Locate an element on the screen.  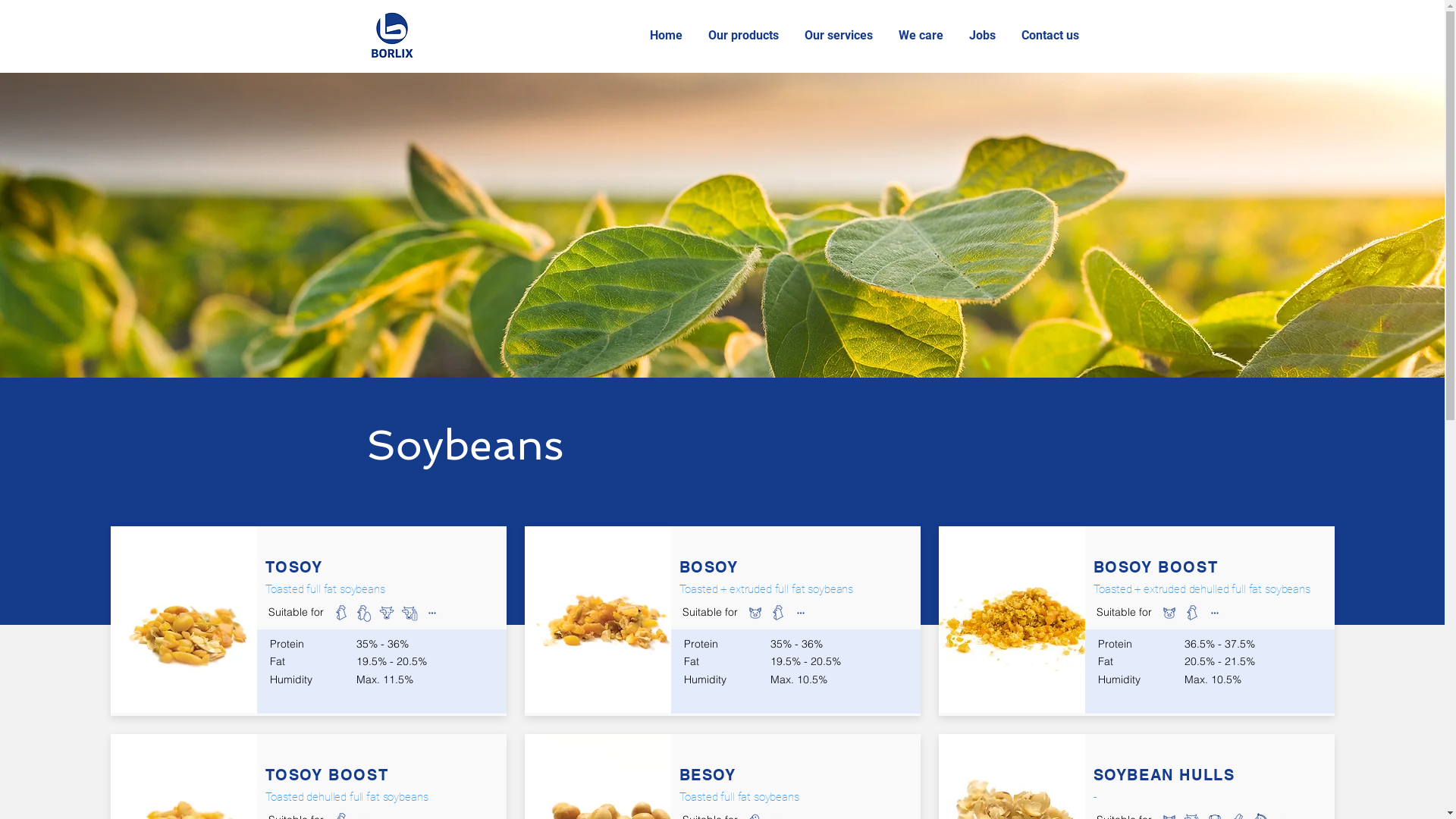
'We care' is located at coordinates (887, 34).